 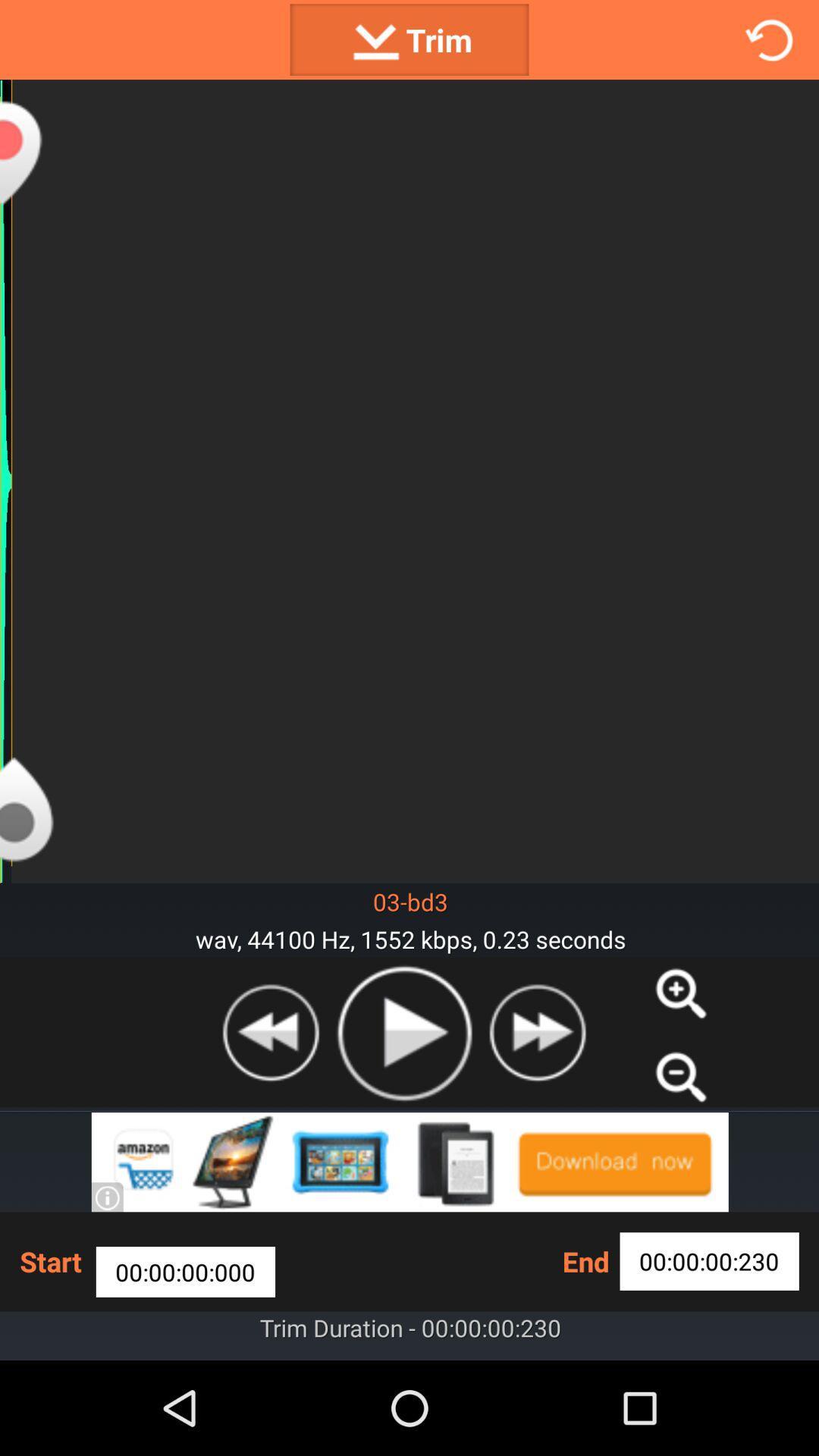 What do you see at coordinates (769, 42) in the screenshot?
I see `the refresh icon` at bounding box center [769, 42].